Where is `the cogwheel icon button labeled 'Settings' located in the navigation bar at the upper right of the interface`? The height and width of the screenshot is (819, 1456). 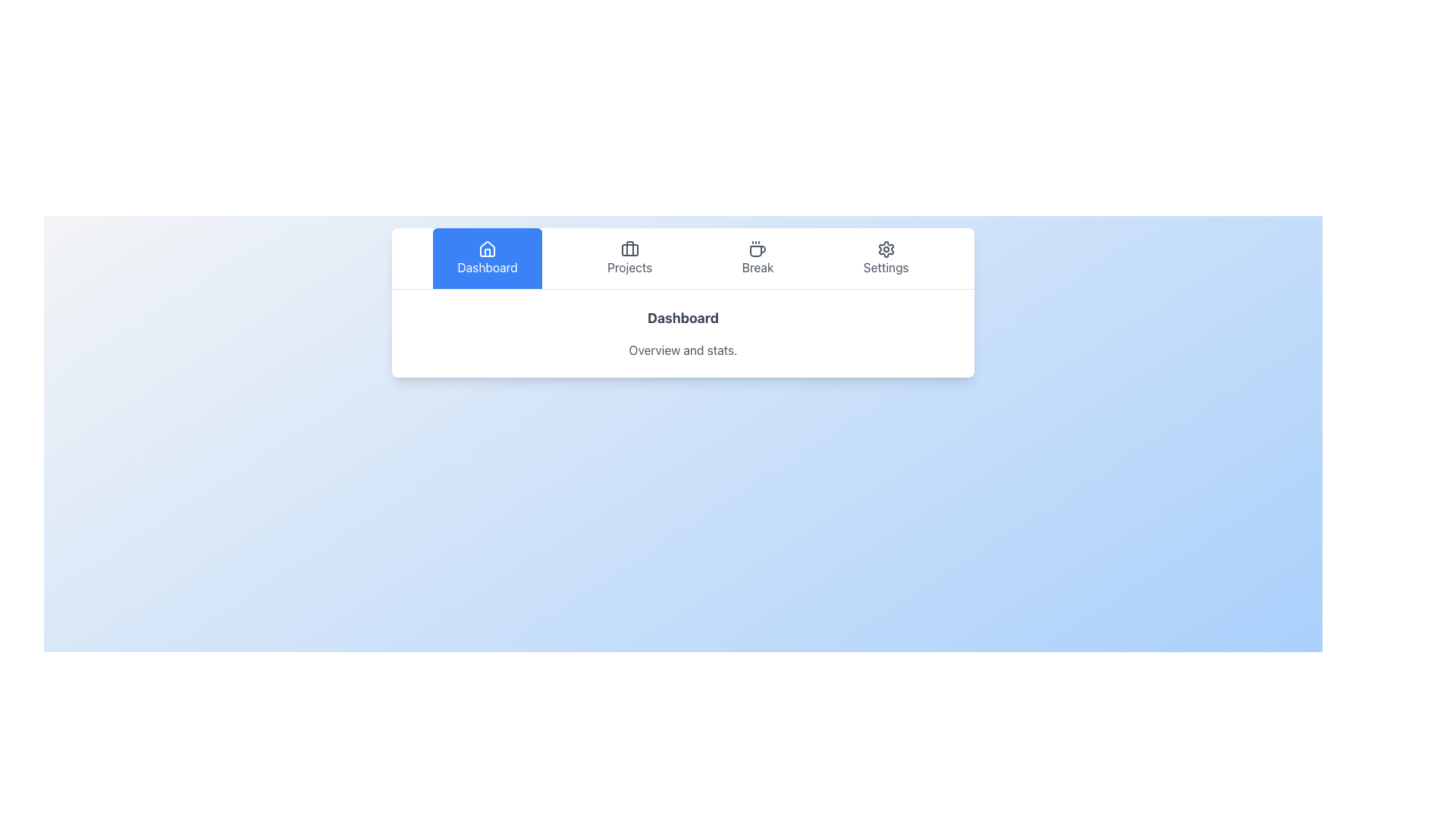
the cogwheel icon button labeled 'Settings' located in the navigation bar at the upper right of the interface is located at coordinates (886, 248).